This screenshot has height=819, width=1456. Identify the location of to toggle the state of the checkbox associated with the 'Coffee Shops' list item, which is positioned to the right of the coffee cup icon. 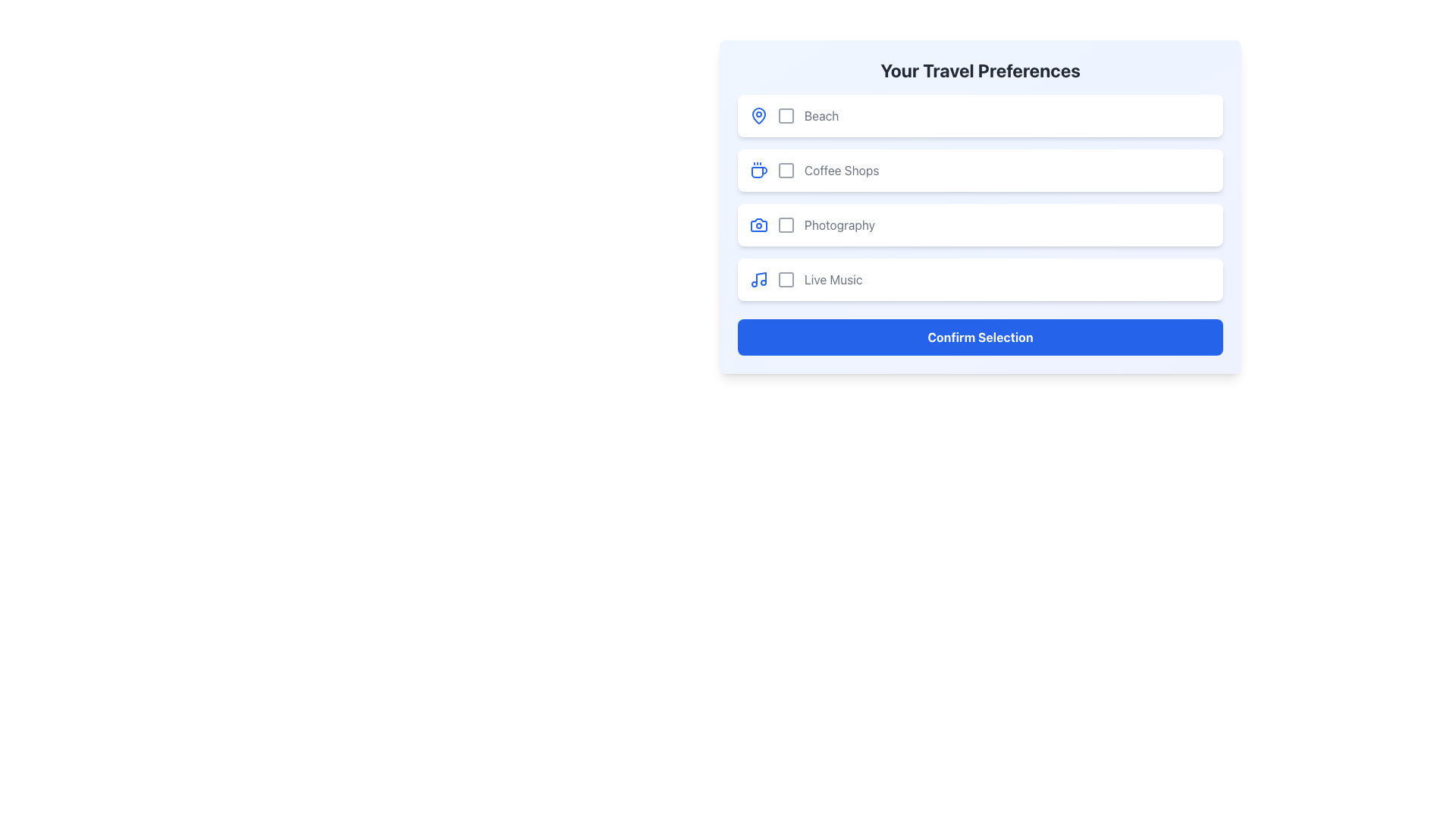
(786, 170).